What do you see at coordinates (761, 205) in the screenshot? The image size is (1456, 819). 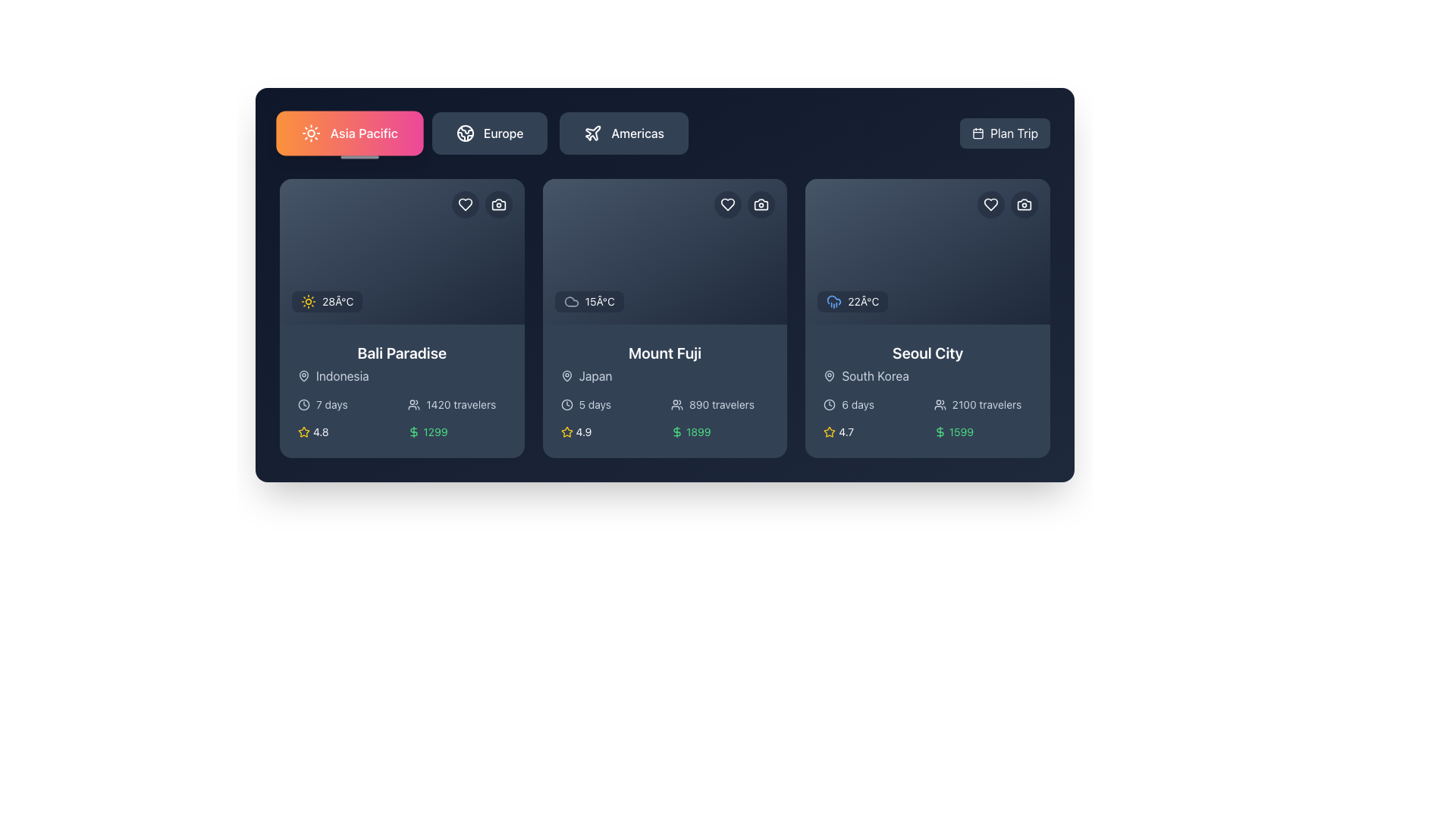 I see `the button in the top-right corner of the 'Mount Fuji' card` at bounding box center [761, 205].